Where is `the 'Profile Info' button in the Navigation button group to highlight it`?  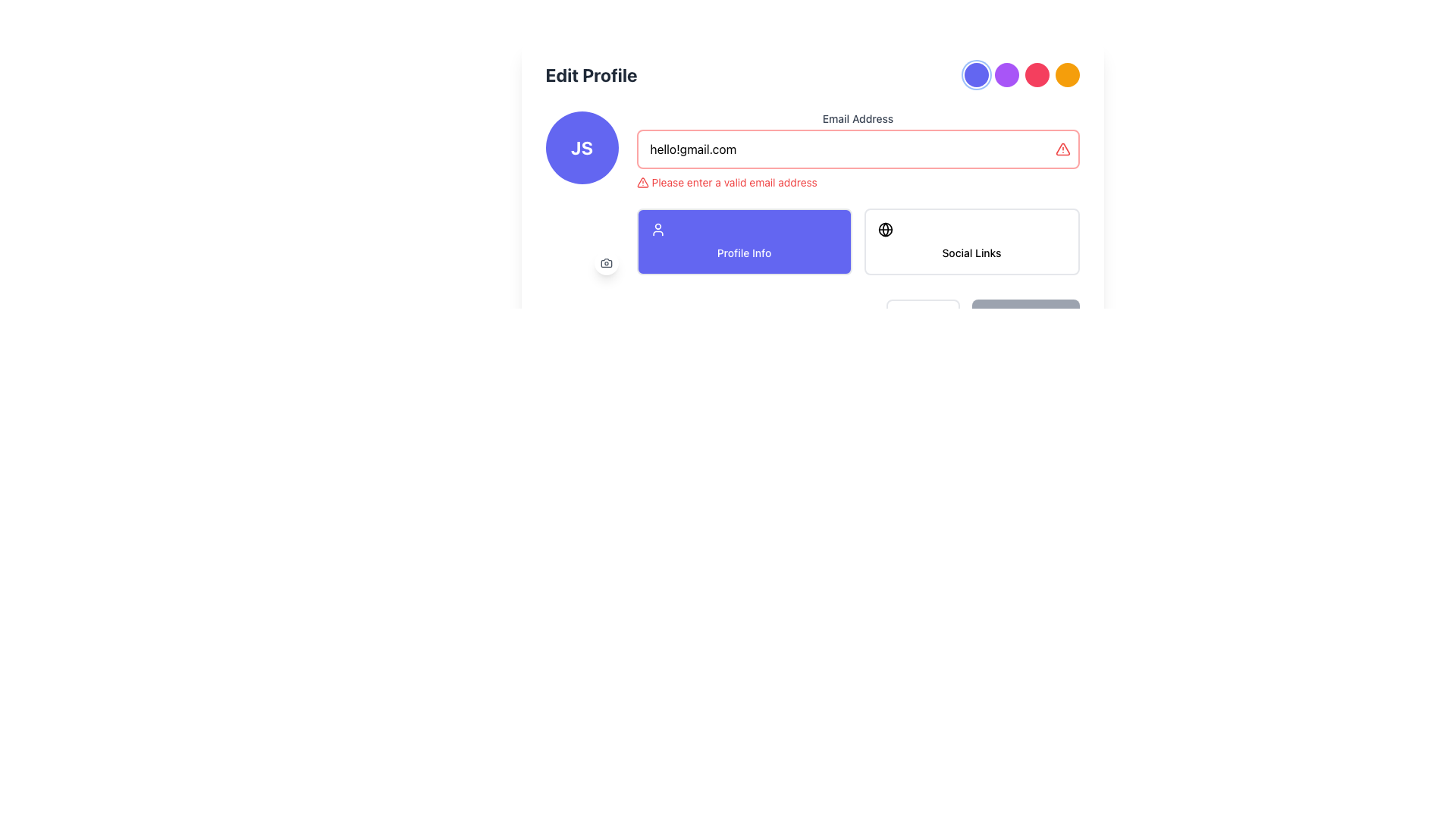
the 'Profile Info' button in the Navigation button group to highlight it is located at coordinates (858, 241).